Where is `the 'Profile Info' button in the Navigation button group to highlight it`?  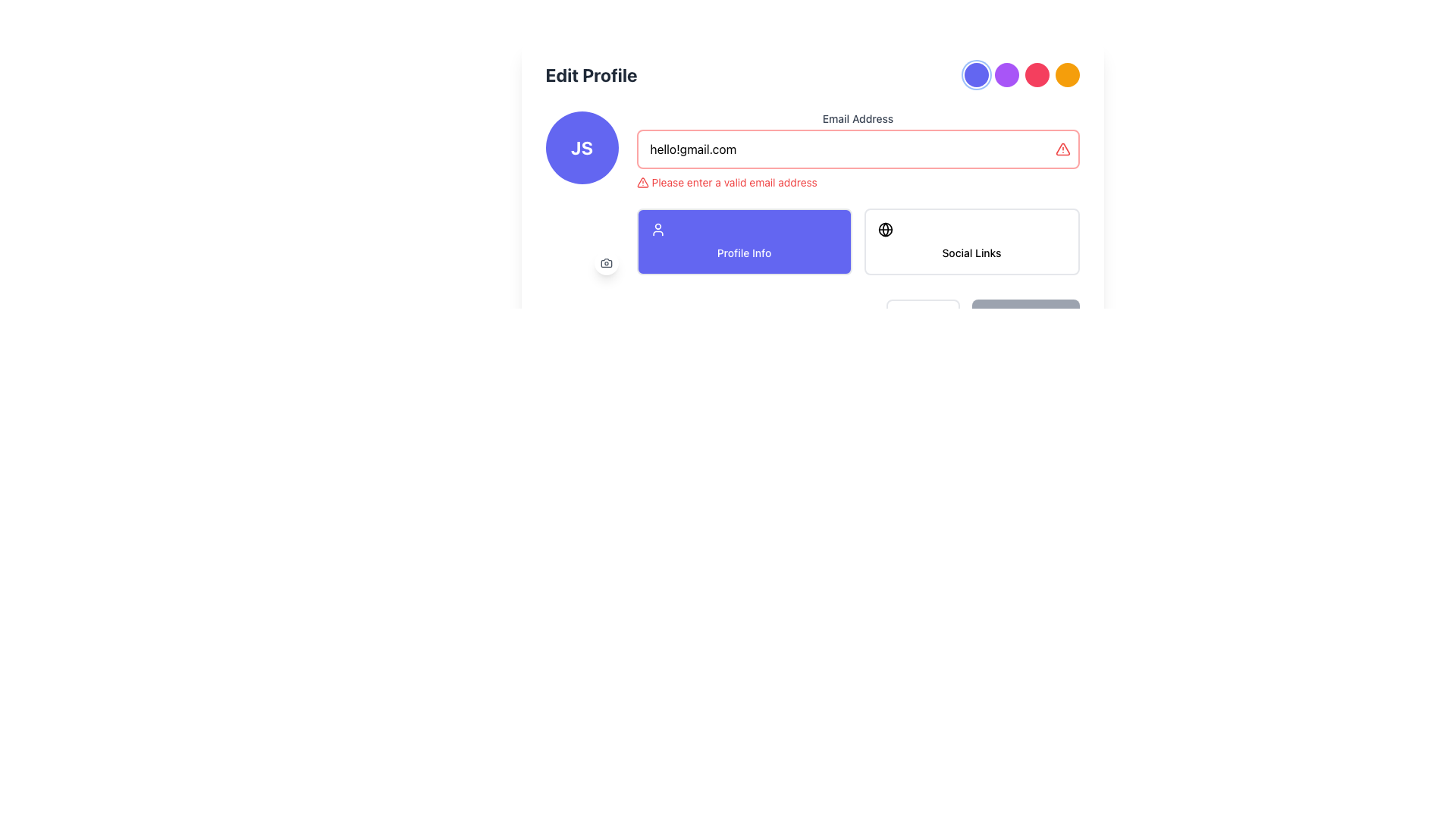
the 'Profile Info' button in the Navigation button group to highlight it is located at coordinates (858, 241).